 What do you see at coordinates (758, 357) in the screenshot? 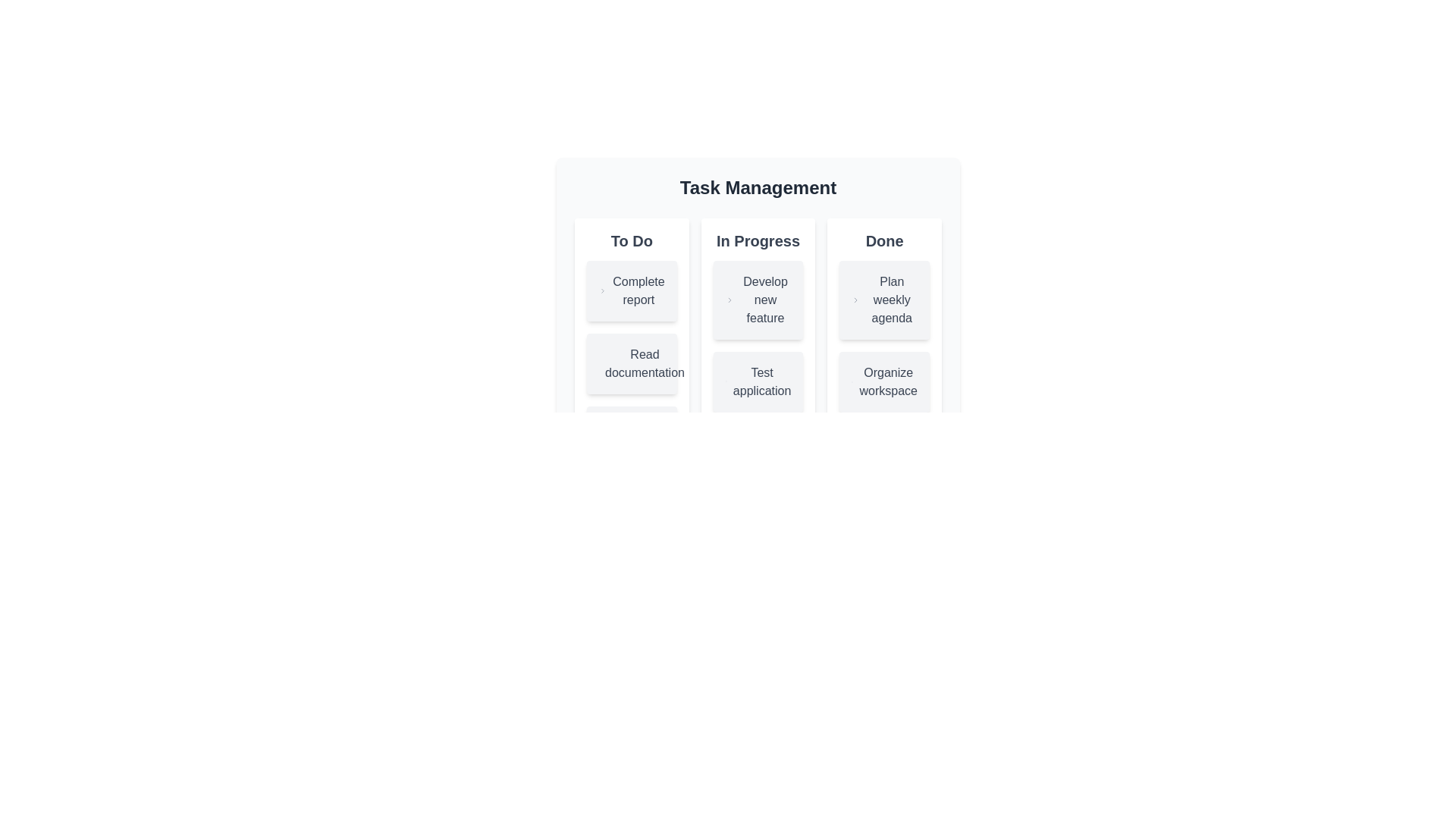
I see `the static informational card labeled 'Test application' in the 'In Progress' section` at bounding box center [758, 357].